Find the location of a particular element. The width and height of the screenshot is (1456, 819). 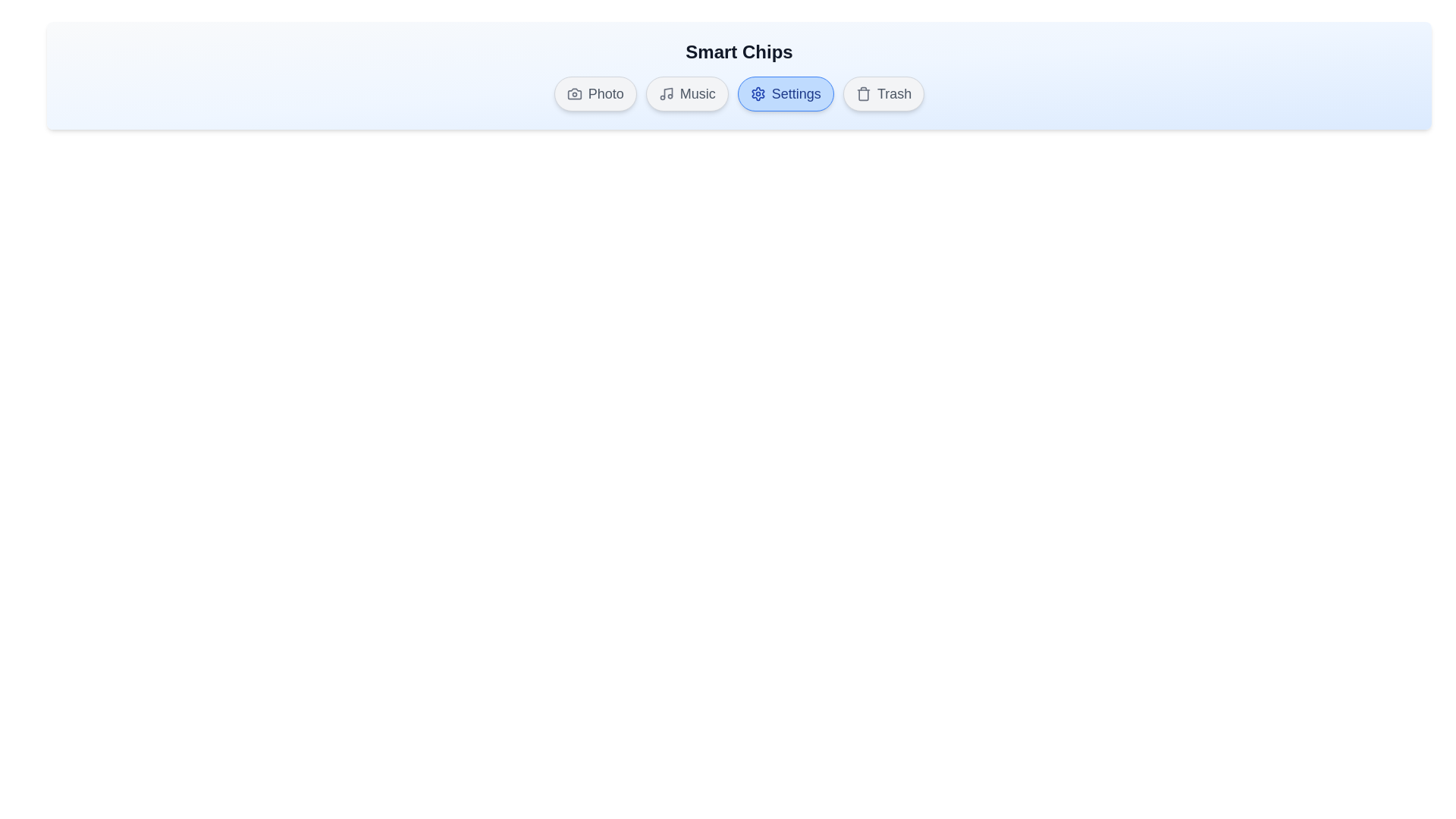

the chip labeled 'Music' to observe its hover effect is located at coordinates (686, 93).